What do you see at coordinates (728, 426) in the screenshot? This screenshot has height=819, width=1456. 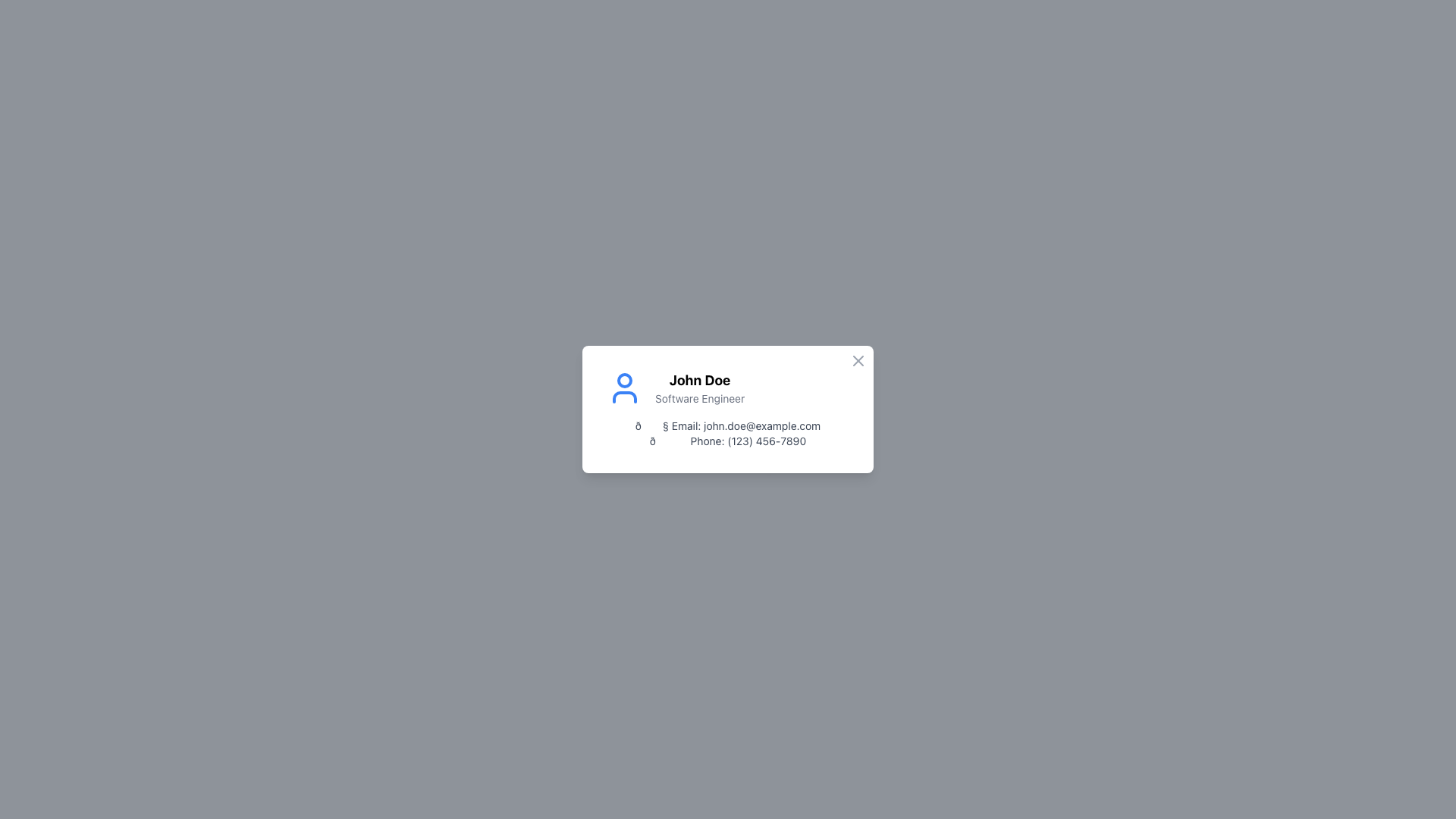 I see `the Text Label indicating the user's email address, which is the first item in the list of contact information on the card-like component` at bounding box center [728, 426].